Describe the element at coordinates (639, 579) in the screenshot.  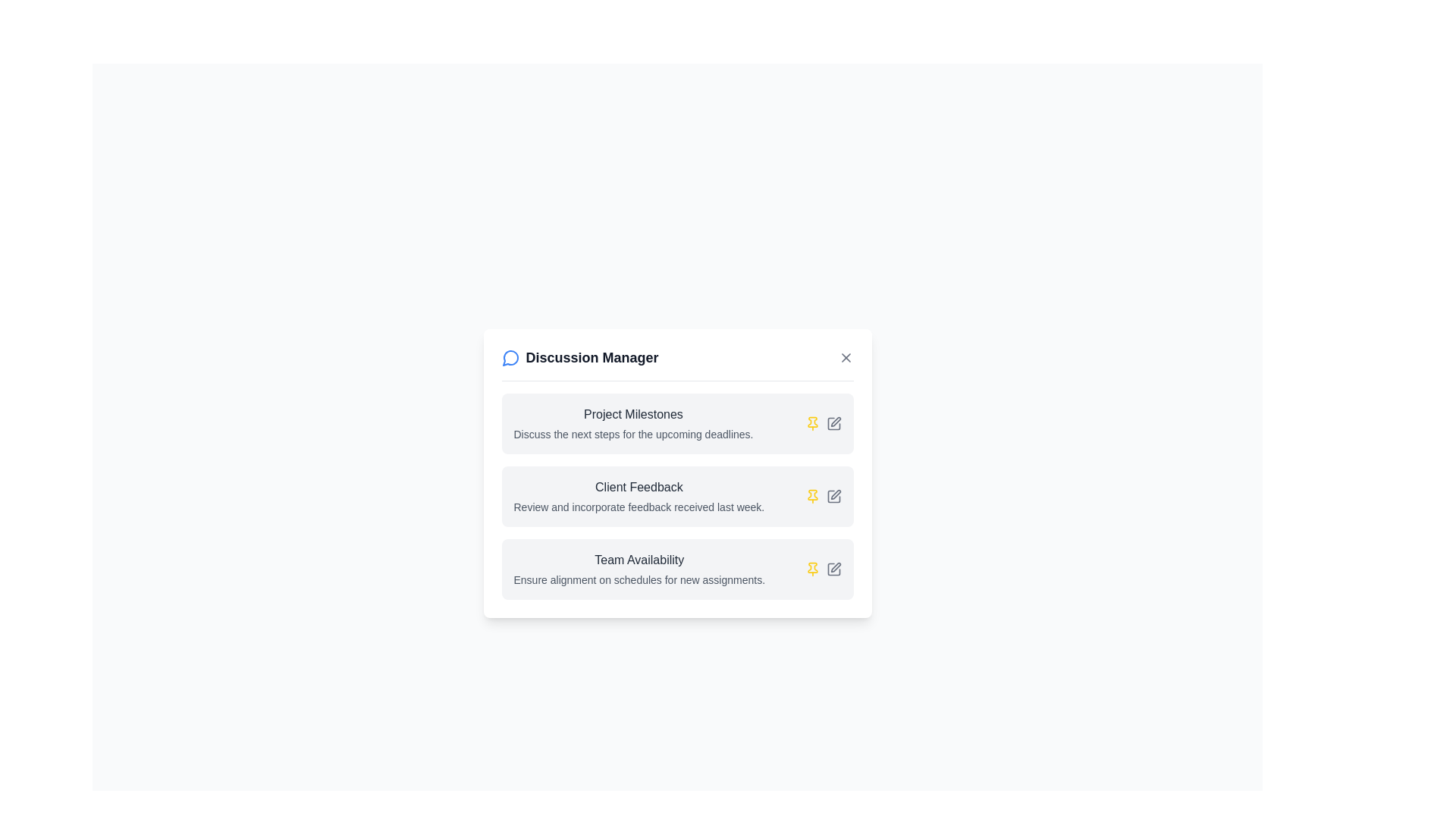
I see `the text providing additional information related to the 'Team Availability' section, which is centrally aligned below the 'Team Availability' heading` at that location.